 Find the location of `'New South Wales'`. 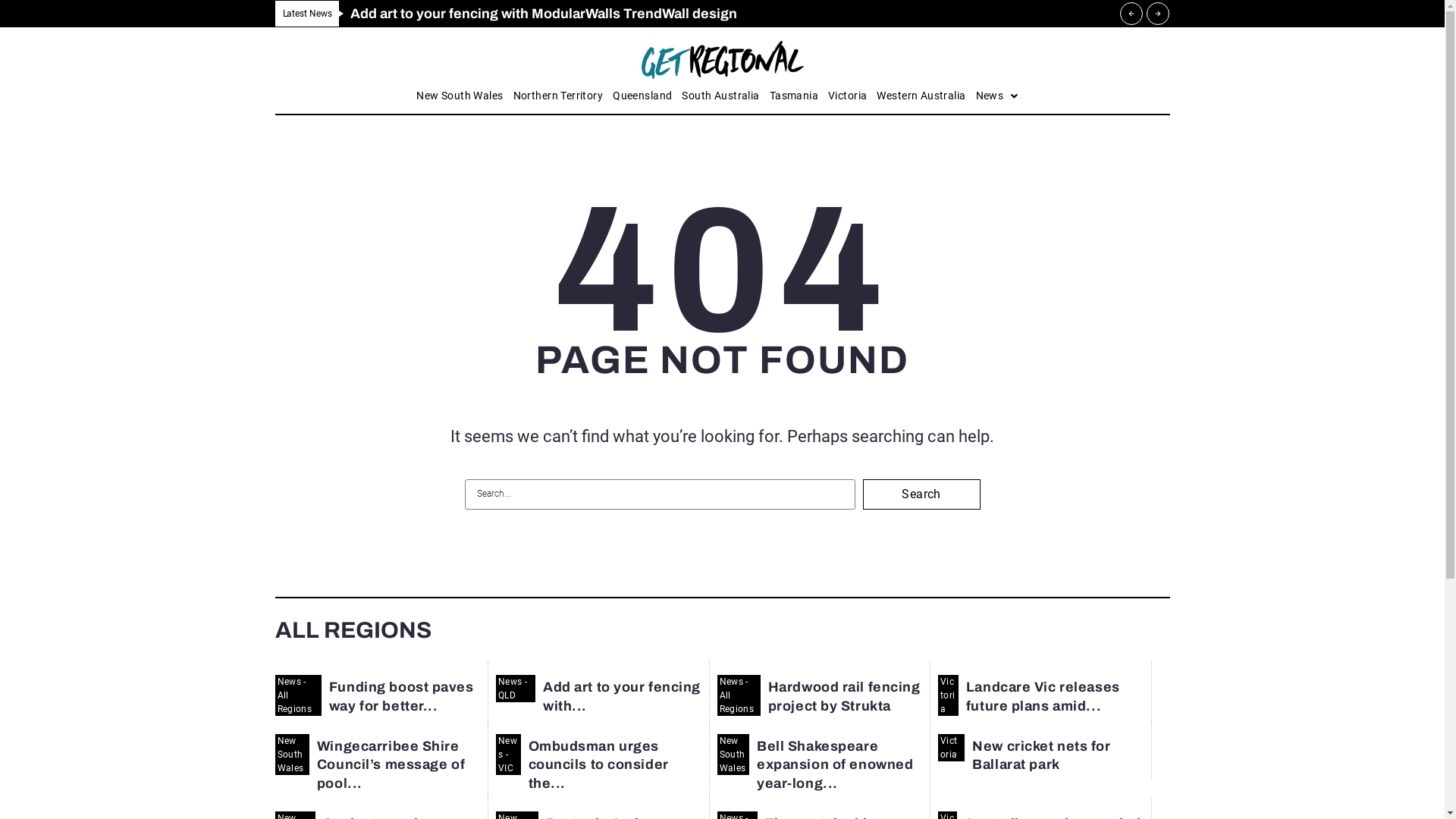

'New South Wales' is located at coordinates (291, 755).